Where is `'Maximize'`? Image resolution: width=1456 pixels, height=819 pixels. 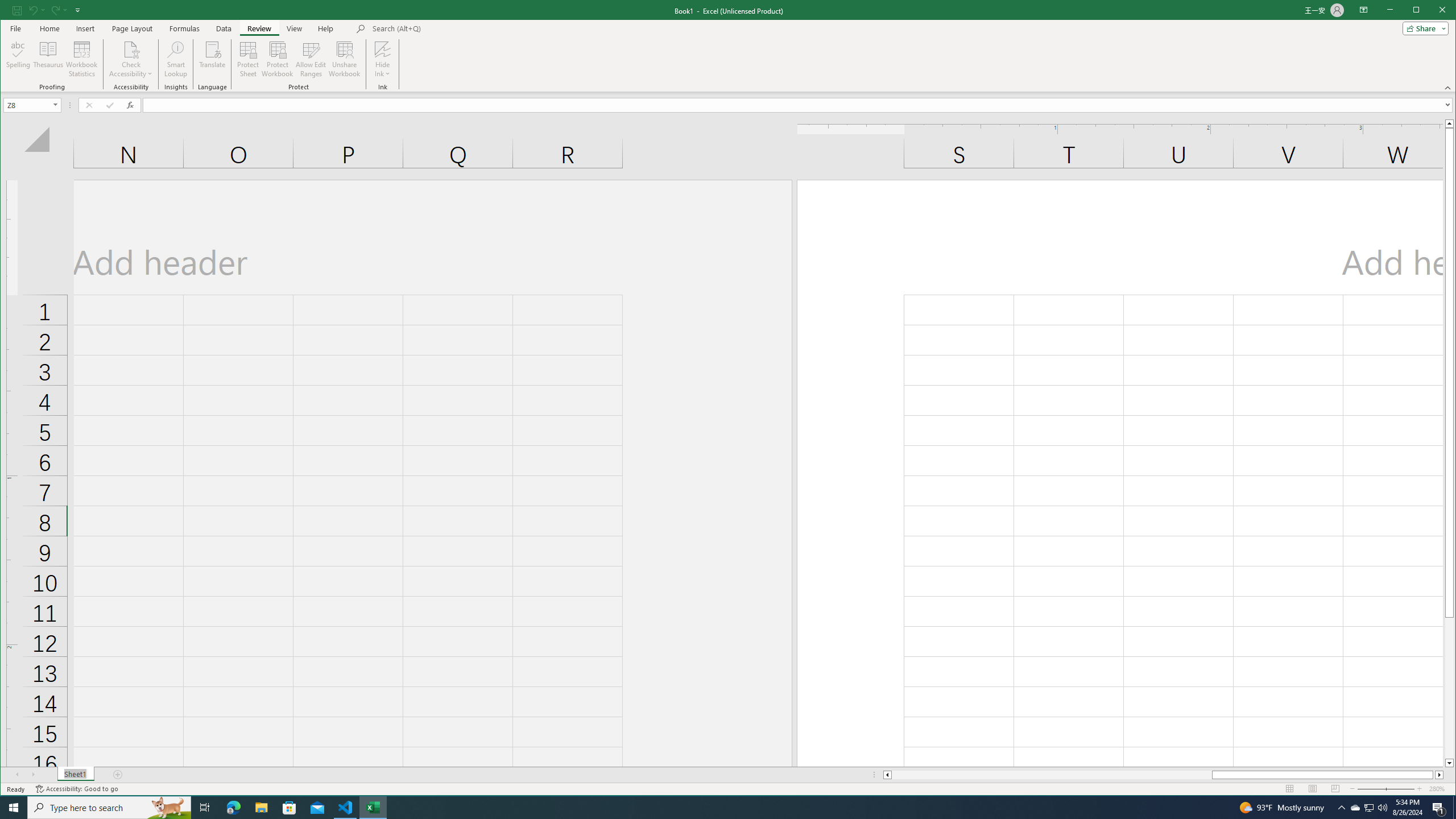
'Maximize' is located at coordinates (1433, 11).